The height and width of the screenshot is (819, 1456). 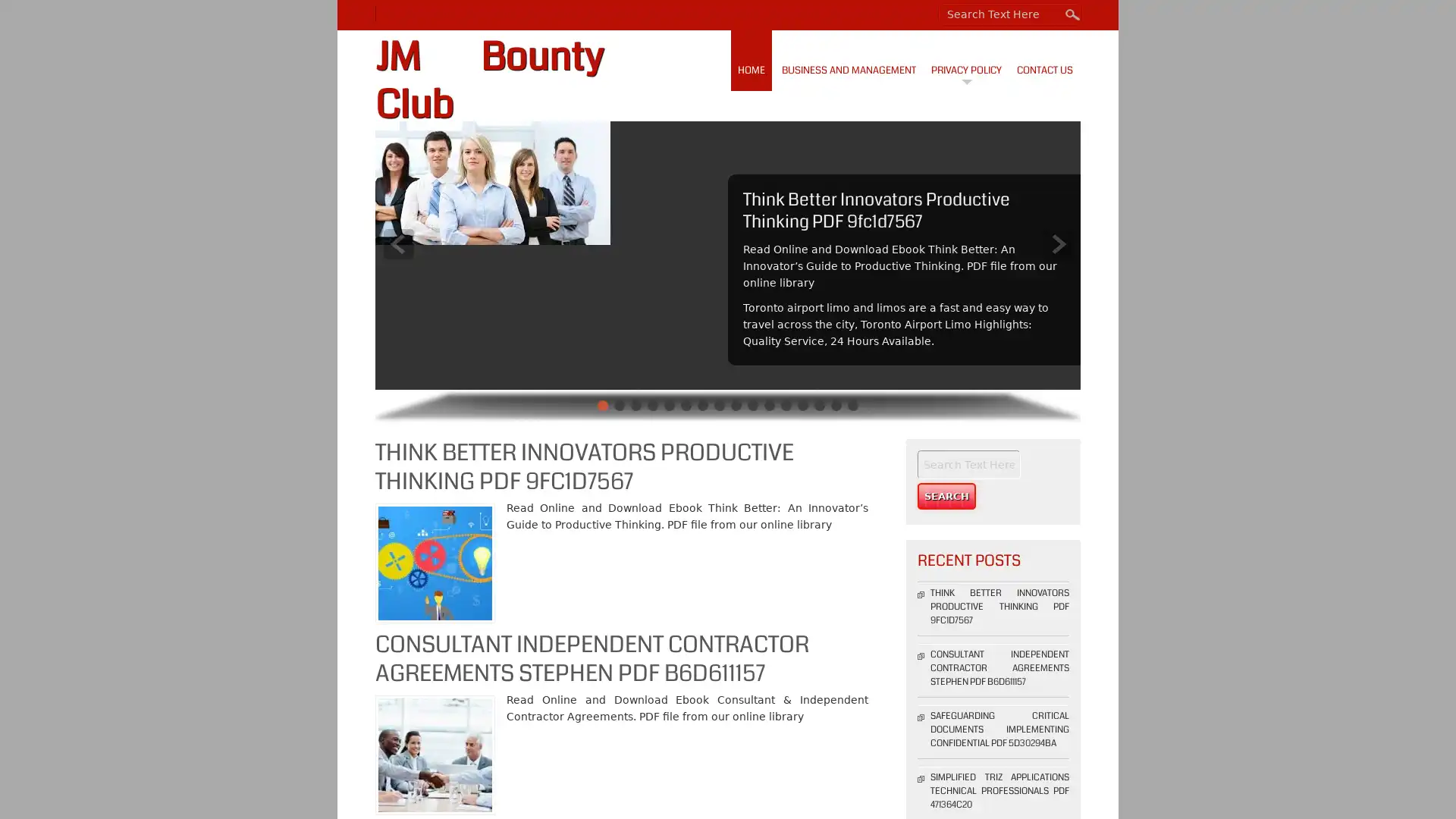 I want to click on Search, so click(x=946, y=496).